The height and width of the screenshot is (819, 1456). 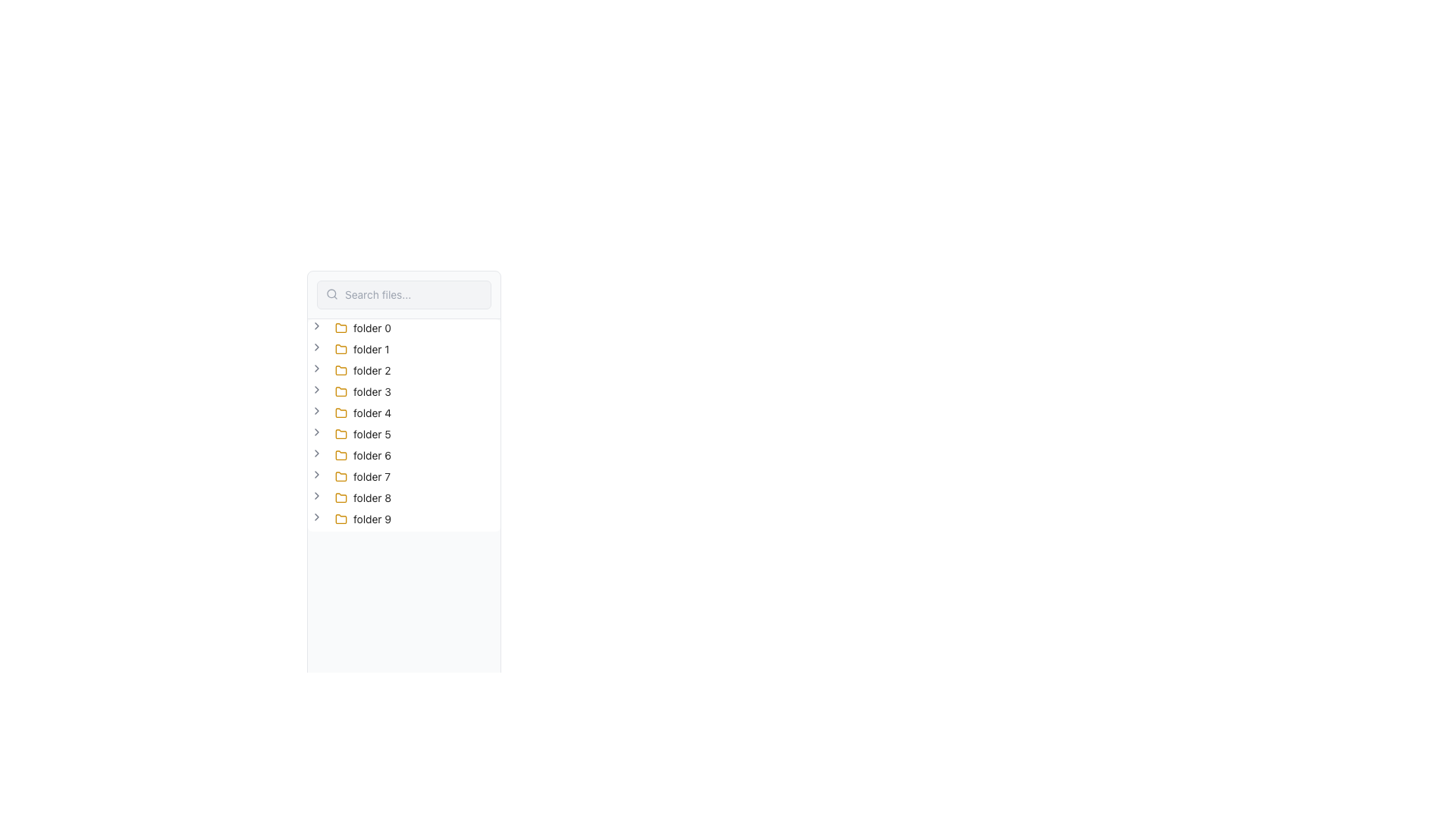 I want to click on the text label of the fourth folder entry in the listing, so click(x=372, y=413).